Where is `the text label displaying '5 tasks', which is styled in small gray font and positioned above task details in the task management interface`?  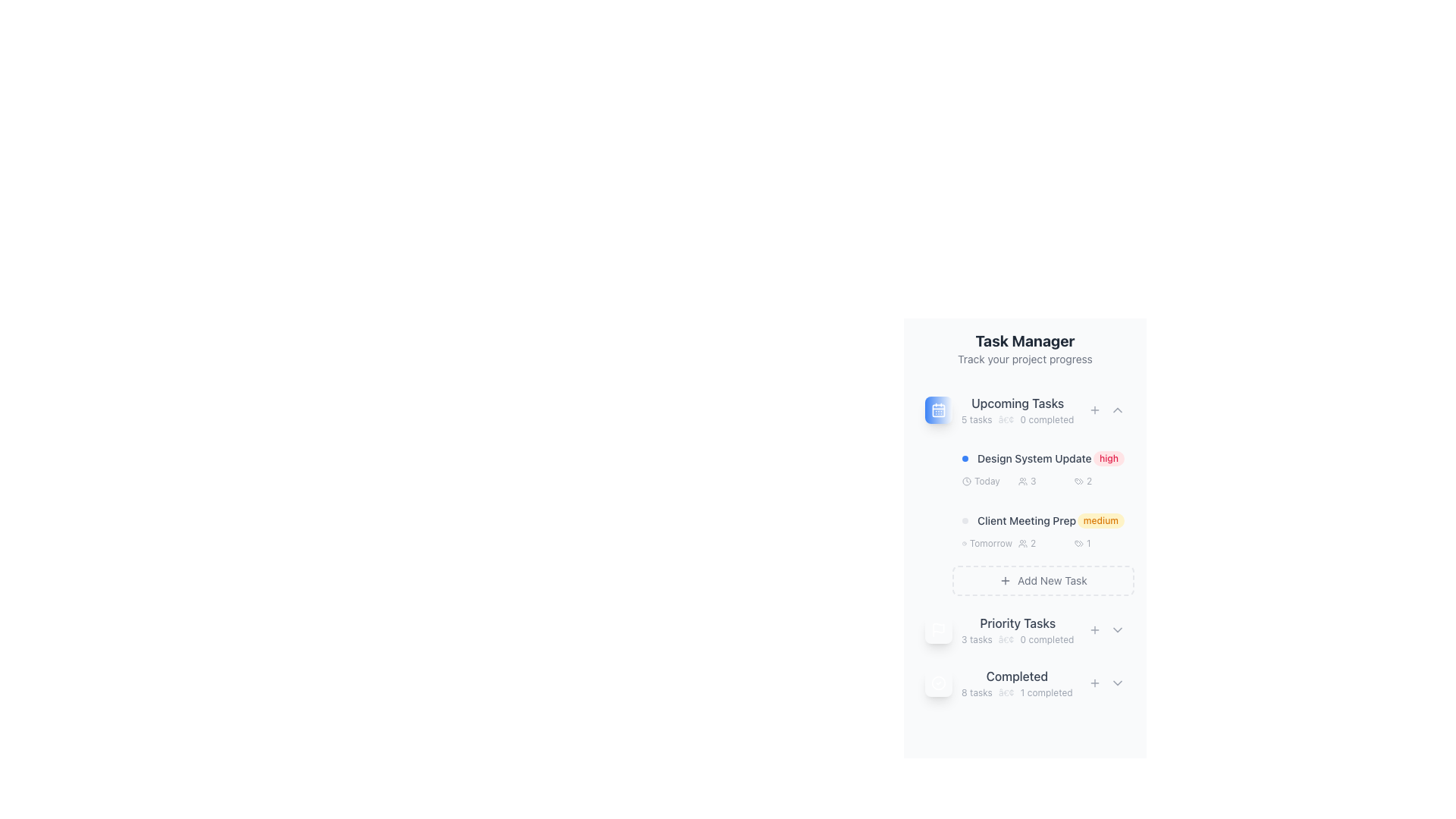
the text label displaying '5 tasks', which is styled in small gray font and positioned above task details in the task management interface is located at coordinates (977, 420).